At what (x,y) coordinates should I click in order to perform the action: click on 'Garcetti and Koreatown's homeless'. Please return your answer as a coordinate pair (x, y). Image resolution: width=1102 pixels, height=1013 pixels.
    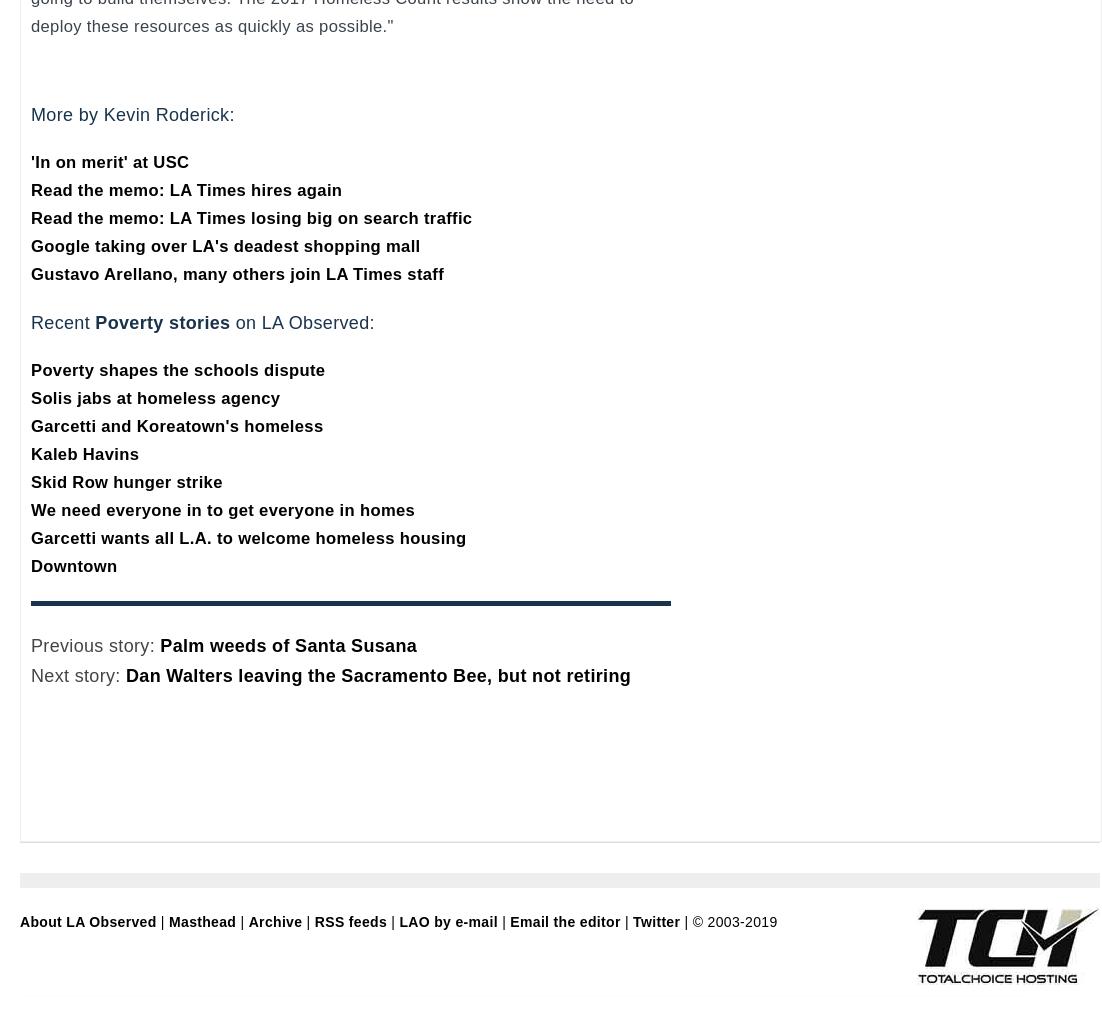
    Looking at the image, I should click on (29, 425).